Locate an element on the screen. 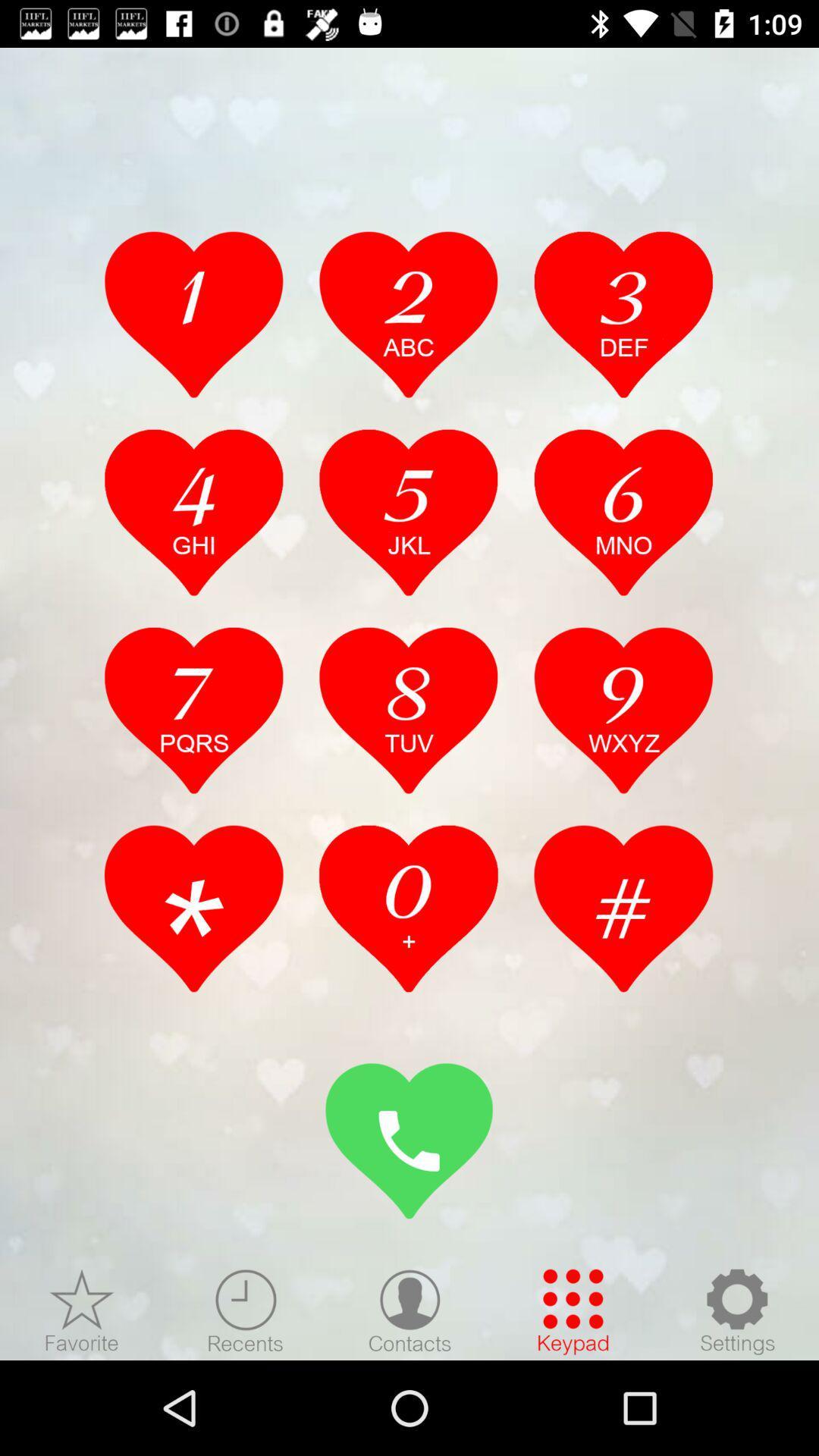  dial 7 is located at coordinates (193, 709).